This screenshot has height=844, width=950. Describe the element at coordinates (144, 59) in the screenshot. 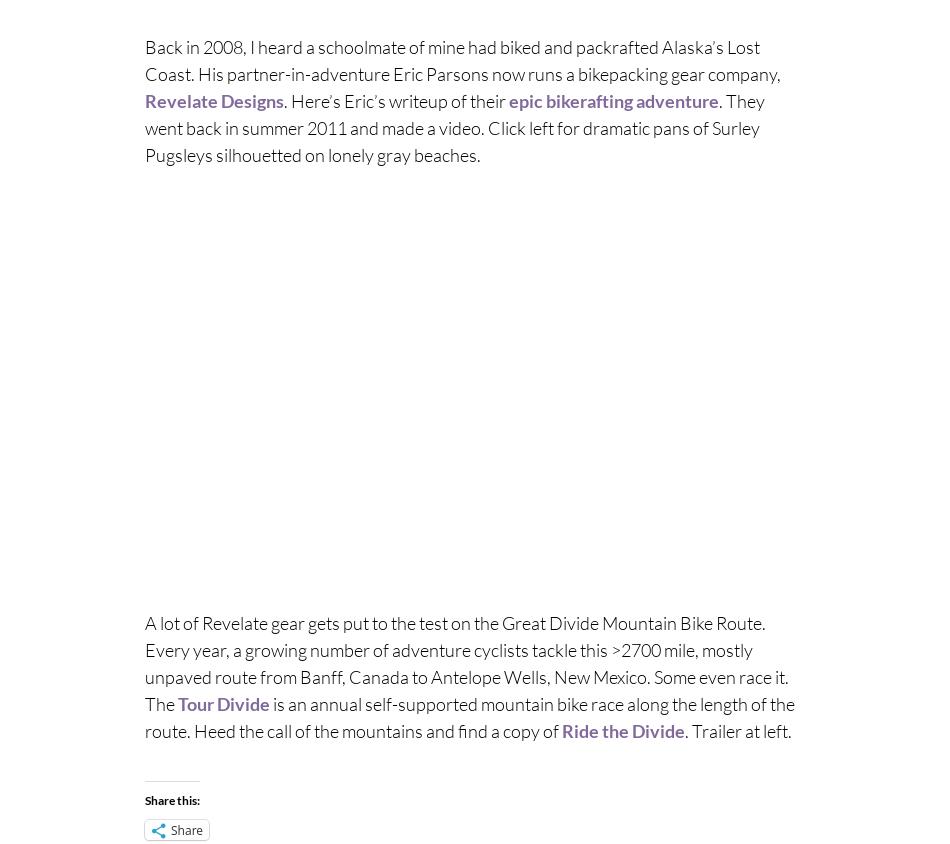

I see `'Back in 2008, I heard a schoolmate of mine had biked and packrafted Alaska’s Lost Coast. His partner-in-adventure Eric Parsons now runs a bikepacking gear company,'` at that location.